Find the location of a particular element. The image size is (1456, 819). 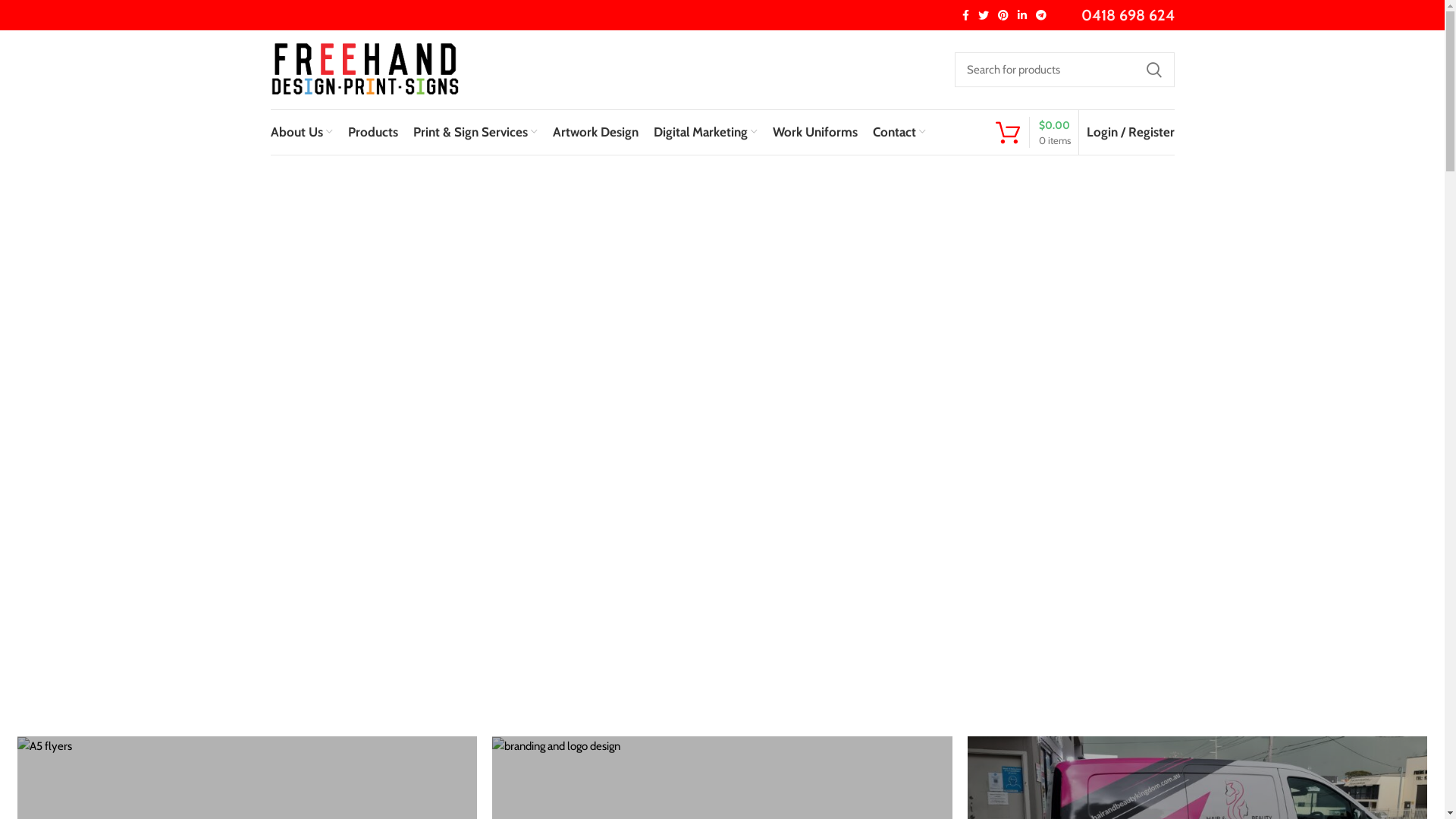

'Work Uniforms' is located at coordinates (814, 130).